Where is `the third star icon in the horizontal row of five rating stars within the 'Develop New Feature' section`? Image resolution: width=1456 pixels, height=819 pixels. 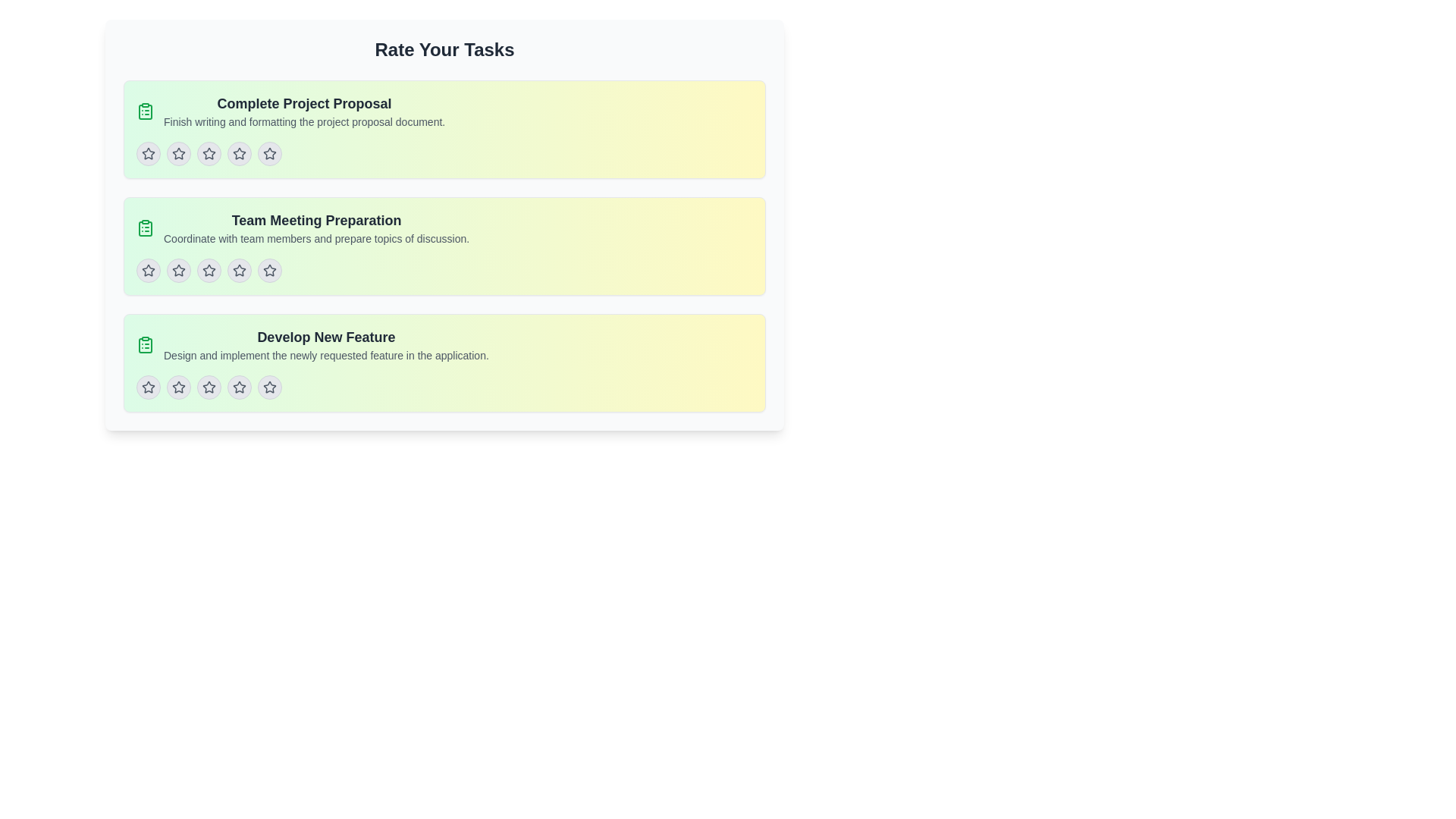
the third star icon in the horizontal row of five rating stars within the 'Develop New Feature' section is located at coordinates (239, 386).